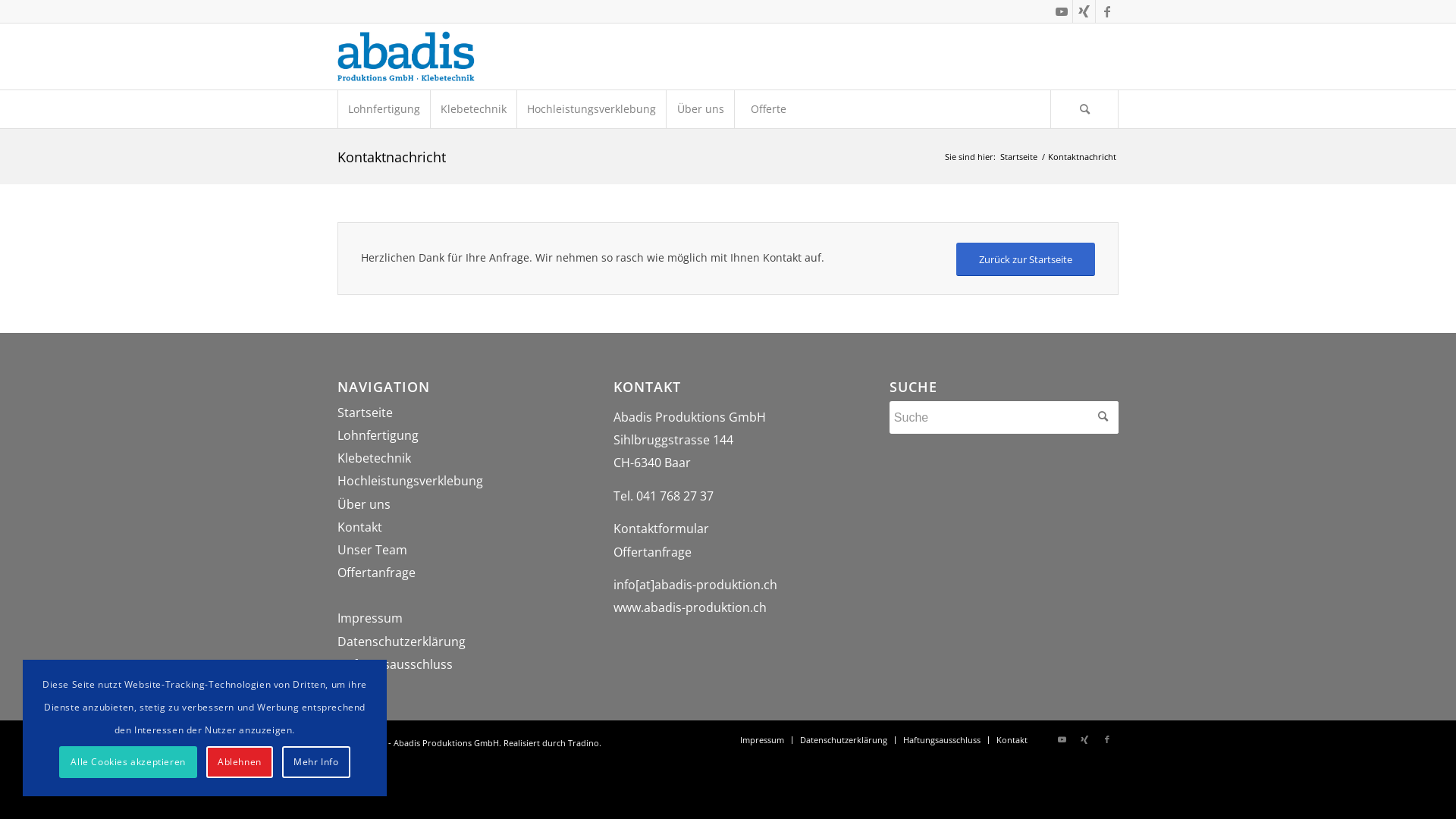 The width and height of the screenshot is (1456, 819). Describe the element at coordinates (127, 762) in the screenshot. I see `'Alle Cookies akzeptieren'` at that location.